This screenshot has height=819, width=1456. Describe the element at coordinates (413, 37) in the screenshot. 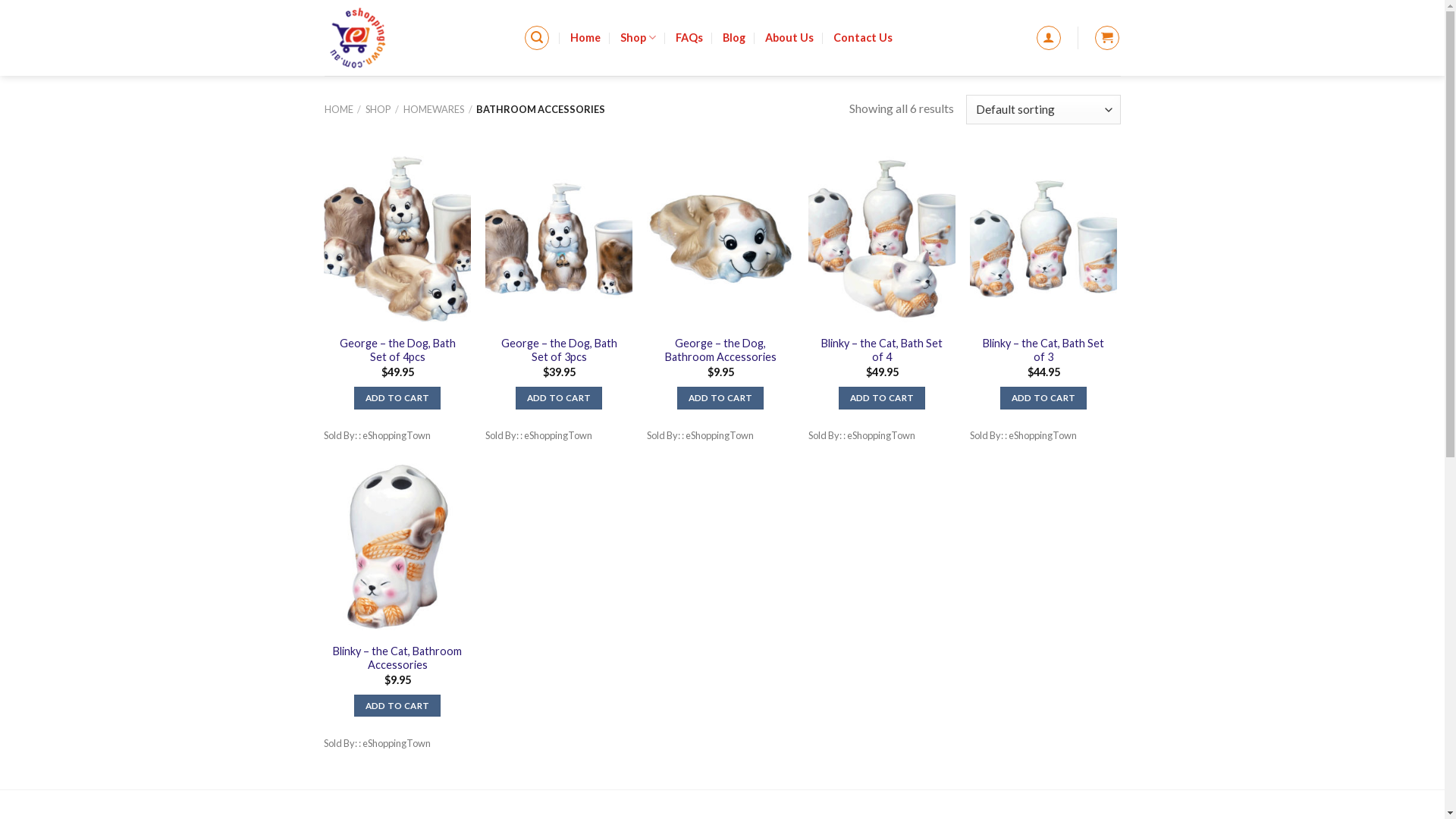

I see `'eShoppingTown'` at that location.